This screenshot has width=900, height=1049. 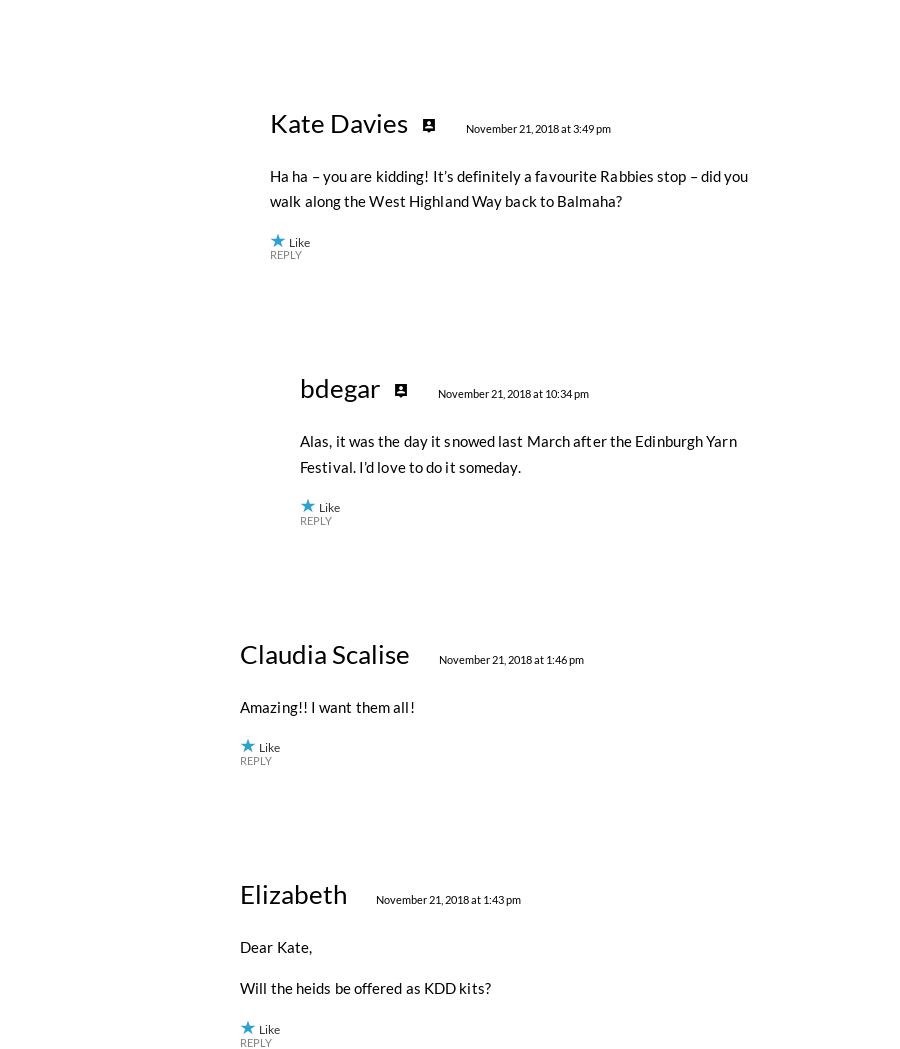 What do you see at coordinates (320, 32) in the screenshot?
I see `'What beautiful designs !'` at bounding box center [320, 32].